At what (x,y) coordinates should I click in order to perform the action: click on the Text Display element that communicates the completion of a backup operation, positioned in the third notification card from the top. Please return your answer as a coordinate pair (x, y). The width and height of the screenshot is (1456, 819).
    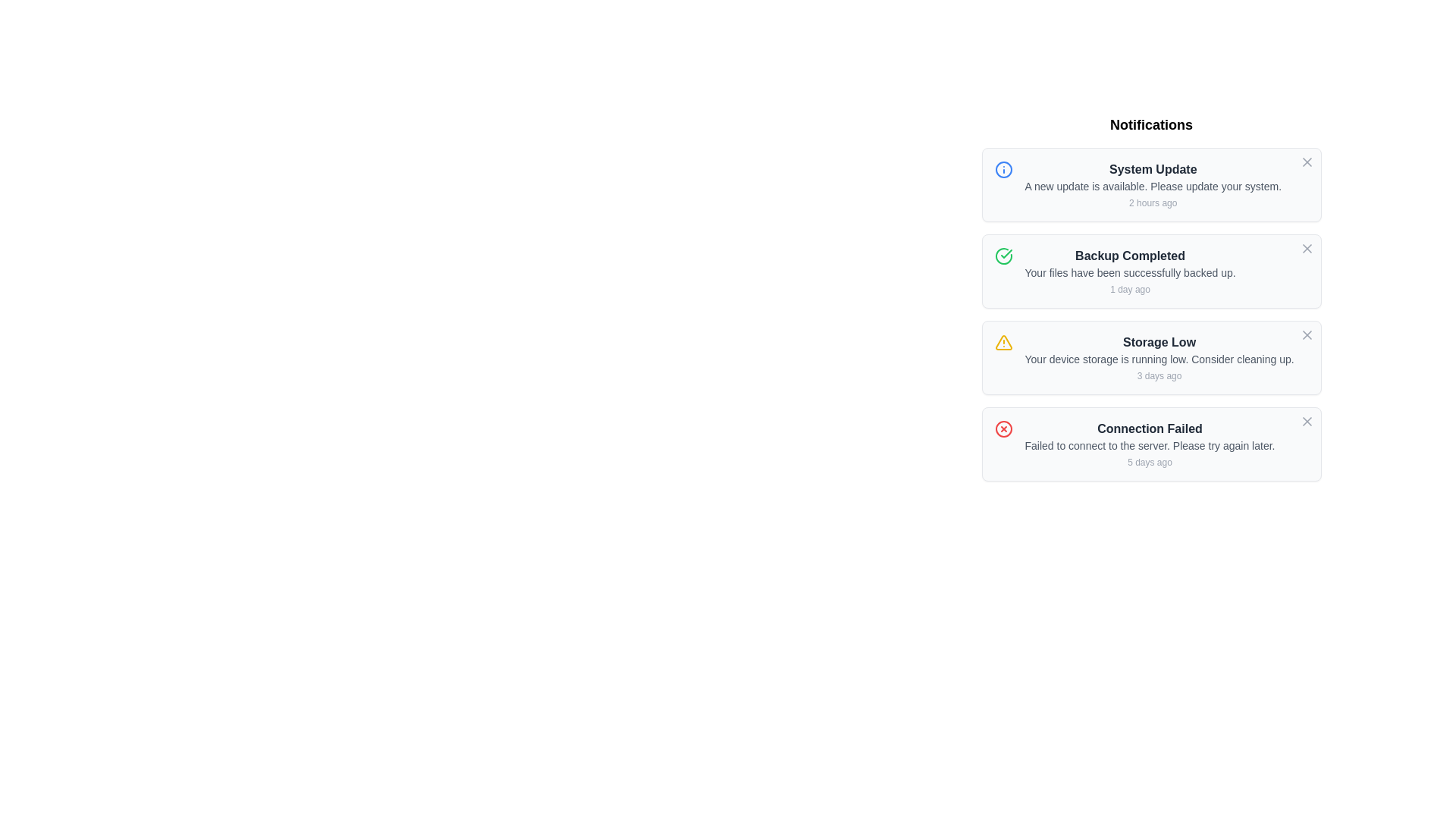
    Looking at the image, I should click on (1129, 271).